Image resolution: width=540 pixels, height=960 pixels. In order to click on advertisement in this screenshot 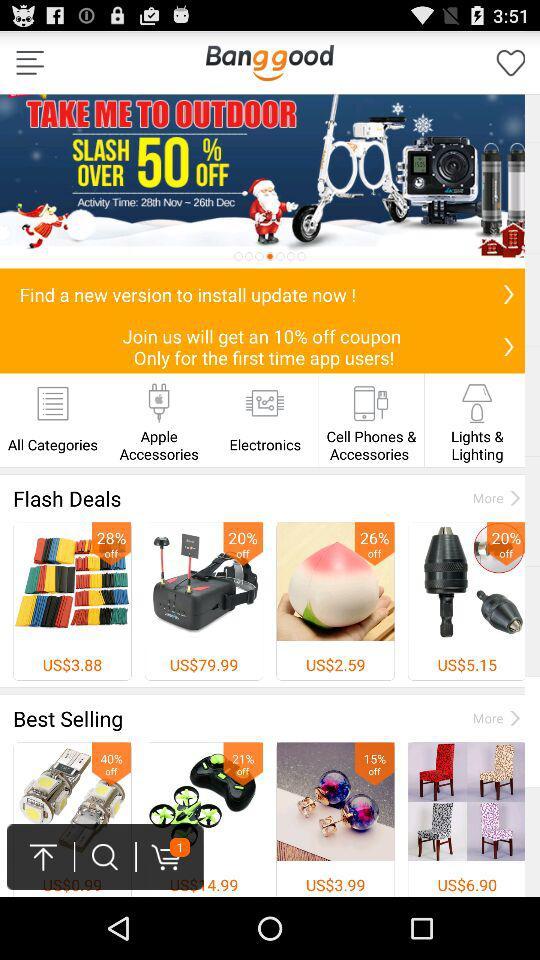, I will do `click(270, 181)`.